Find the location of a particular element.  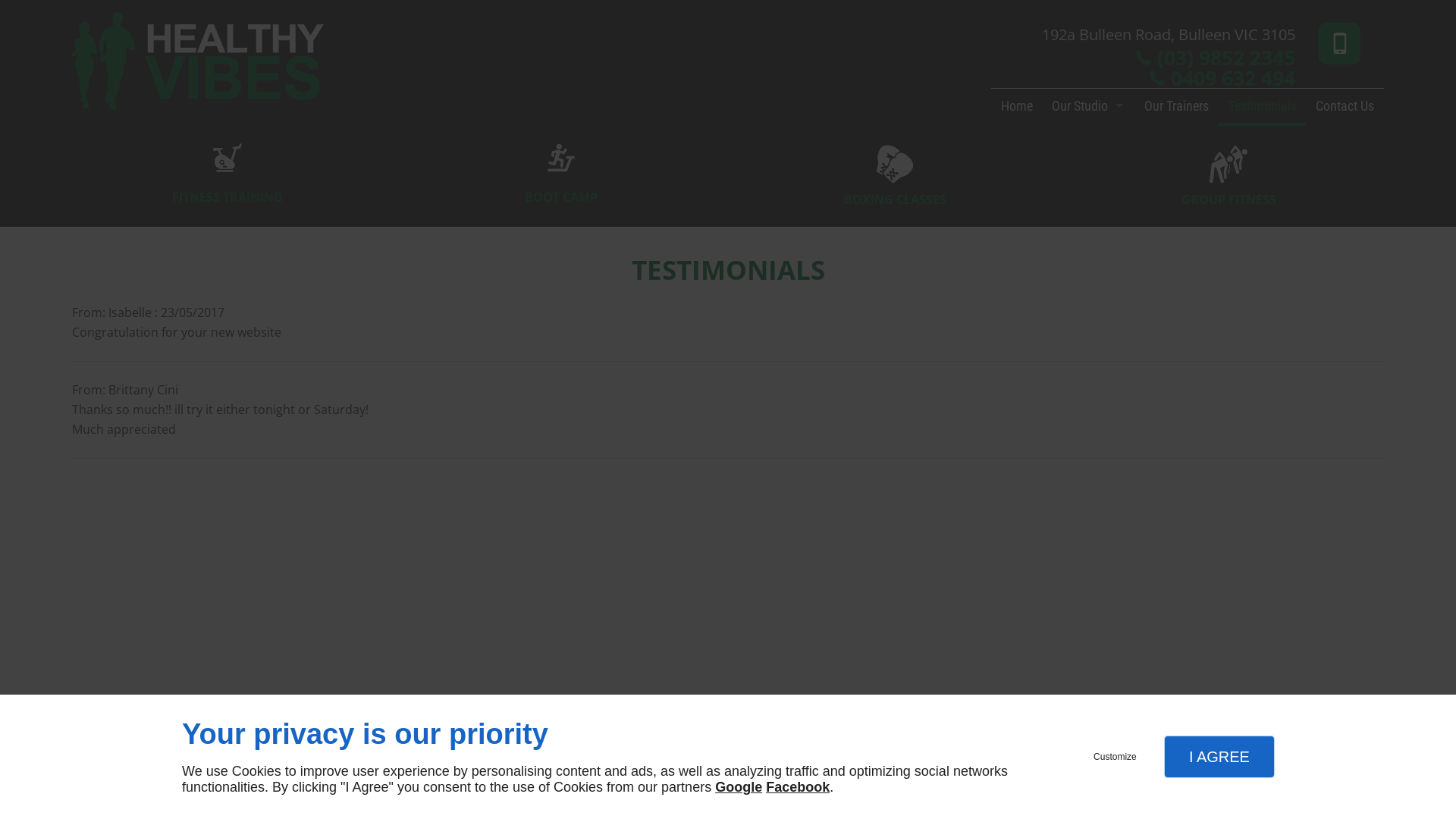

'Our Trainers' is located at coordinates (1175, 106).